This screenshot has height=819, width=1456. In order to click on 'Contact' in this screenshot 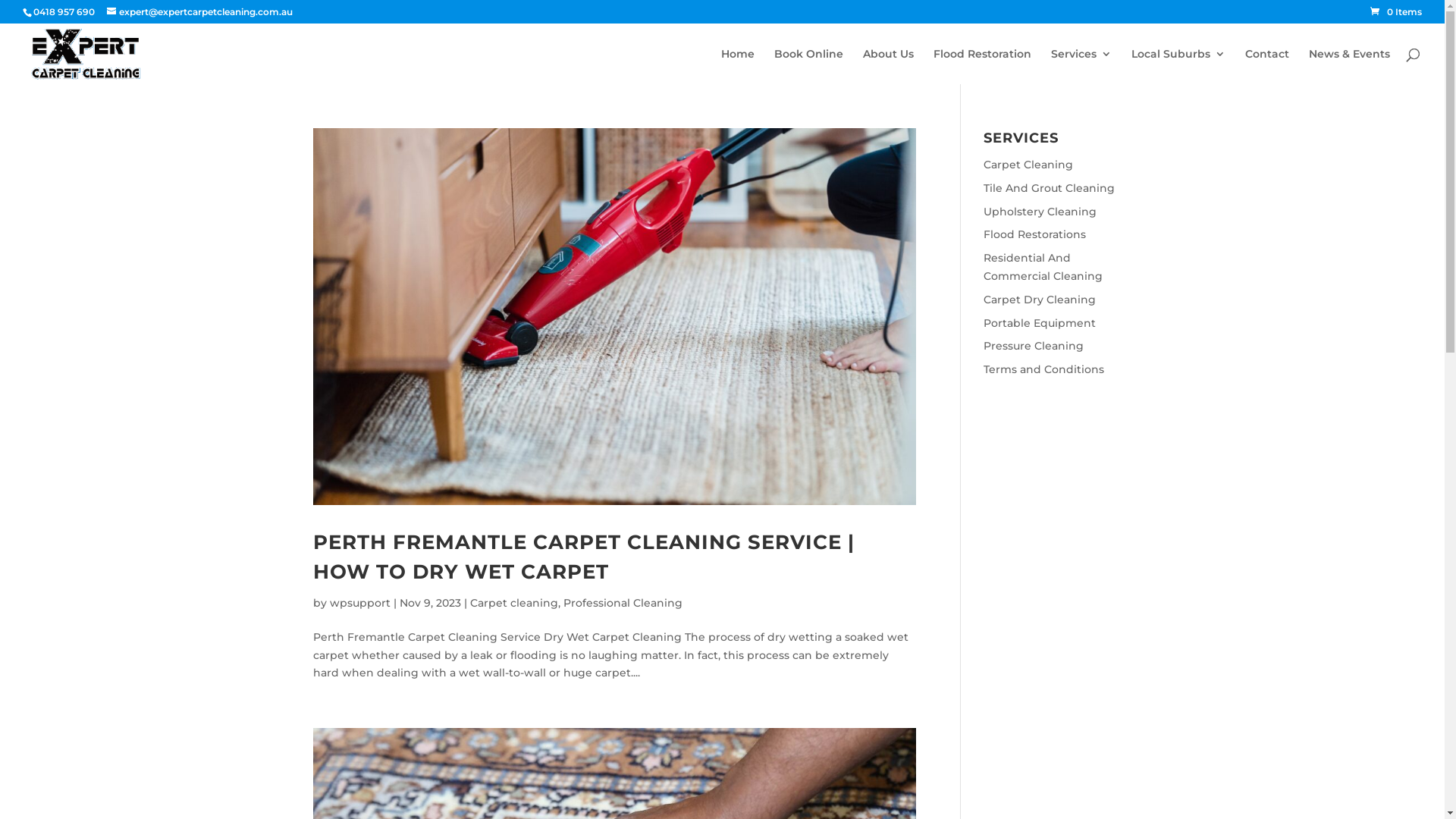, I will do `click(1266, 65)`.